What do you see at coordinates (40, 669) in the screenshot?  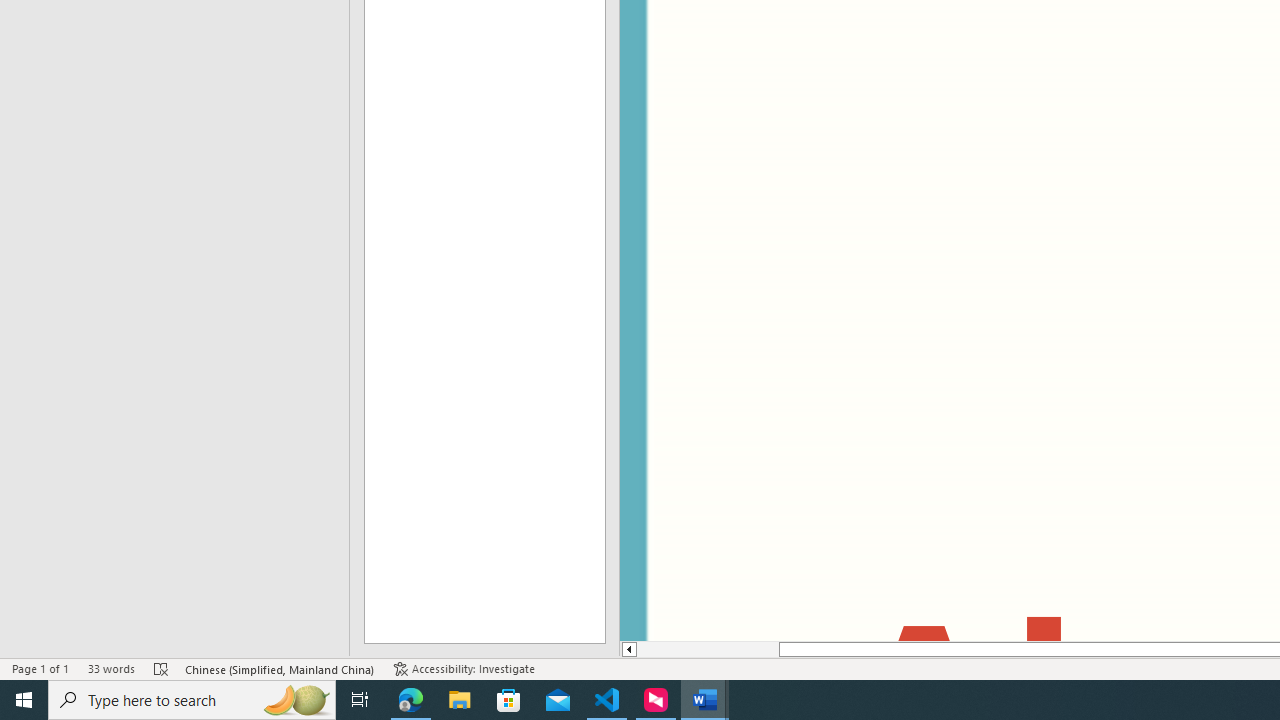 I see `'Page Number Page 1 of 1'` at bounding box center [40, 669].